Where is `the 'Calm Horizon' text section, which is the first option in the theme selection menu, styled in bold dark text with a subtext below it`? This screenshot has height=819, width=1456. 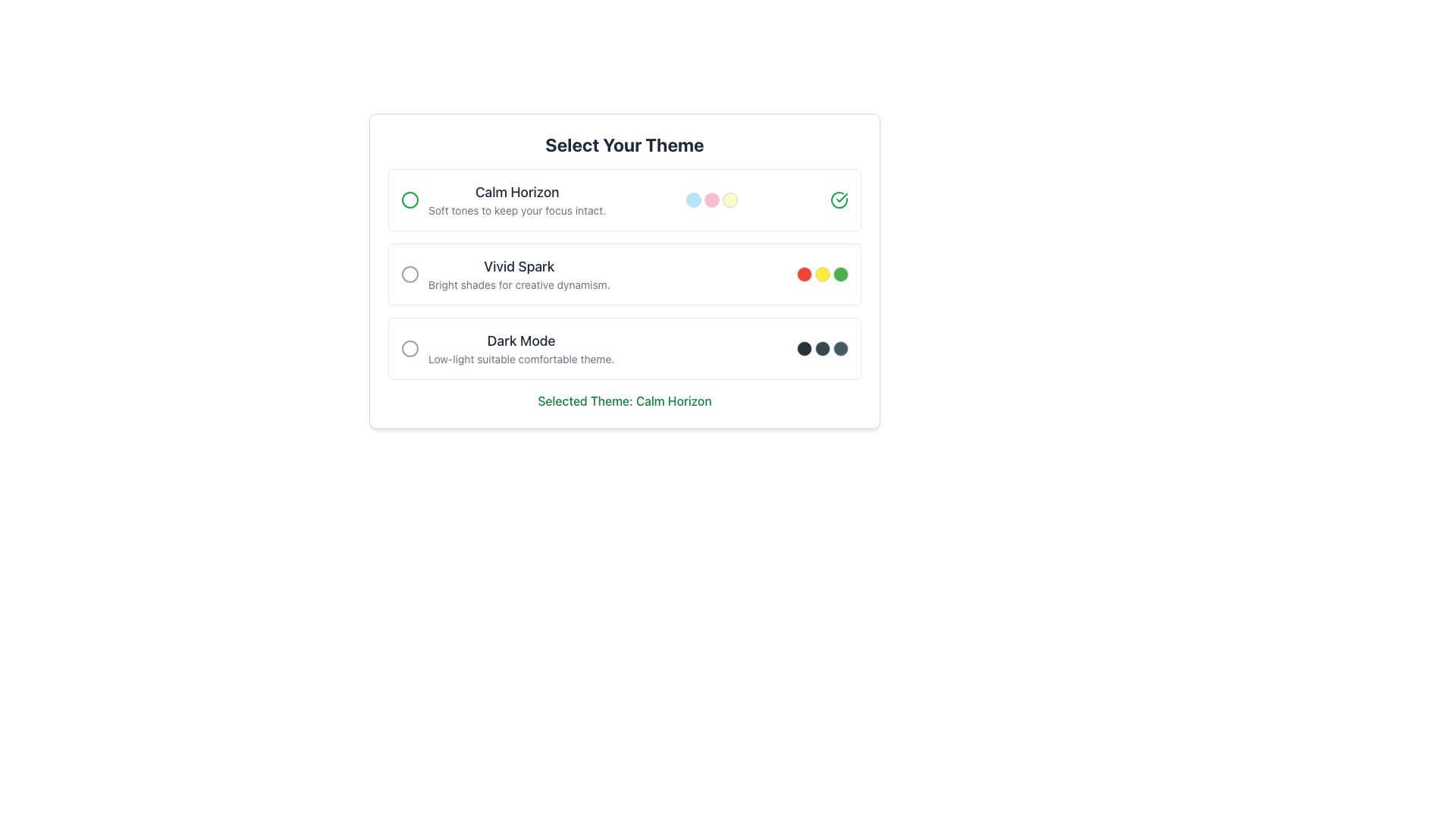 the 'Calm Horizon' text section, which is the first option in the theme selection menu, styled in bold dark text with a subtext below it is located at coordinates (517, 199).